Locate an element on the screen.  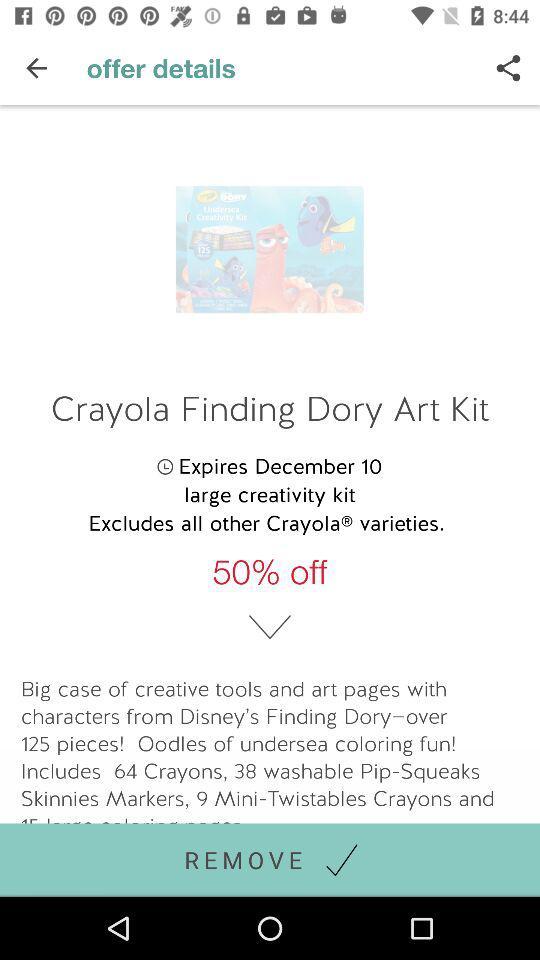
item at the top right corner is located at coordinates (508, 68).